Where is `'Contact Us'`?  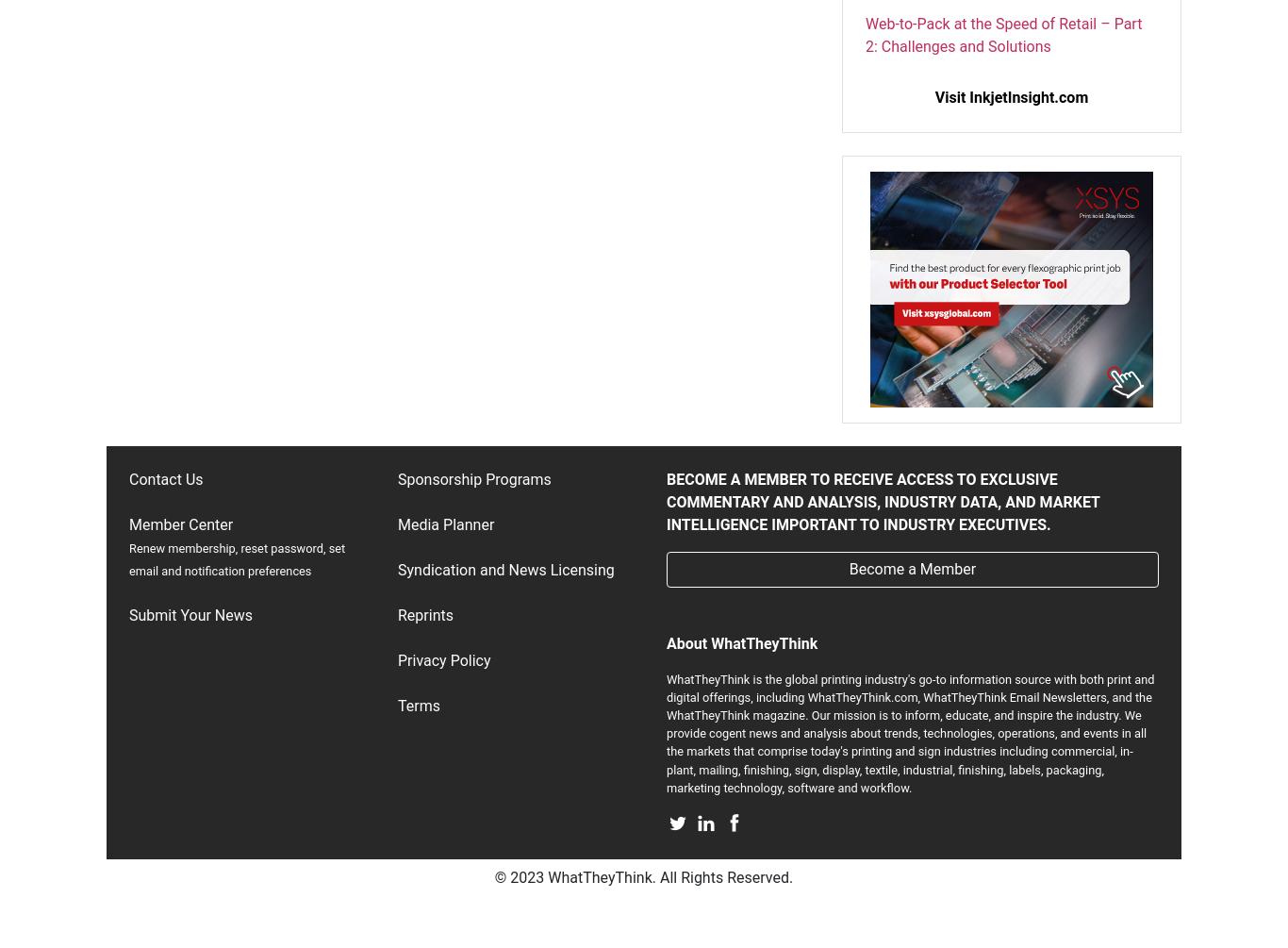
'Contact Us' is located at coordinates (164, 477).